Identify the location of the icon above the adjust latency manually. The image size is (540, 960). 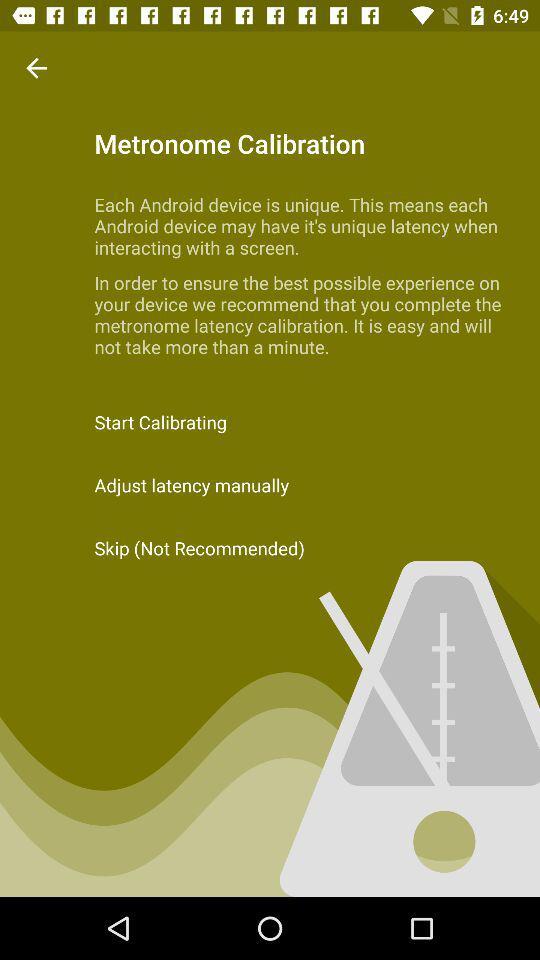
(270, 422).